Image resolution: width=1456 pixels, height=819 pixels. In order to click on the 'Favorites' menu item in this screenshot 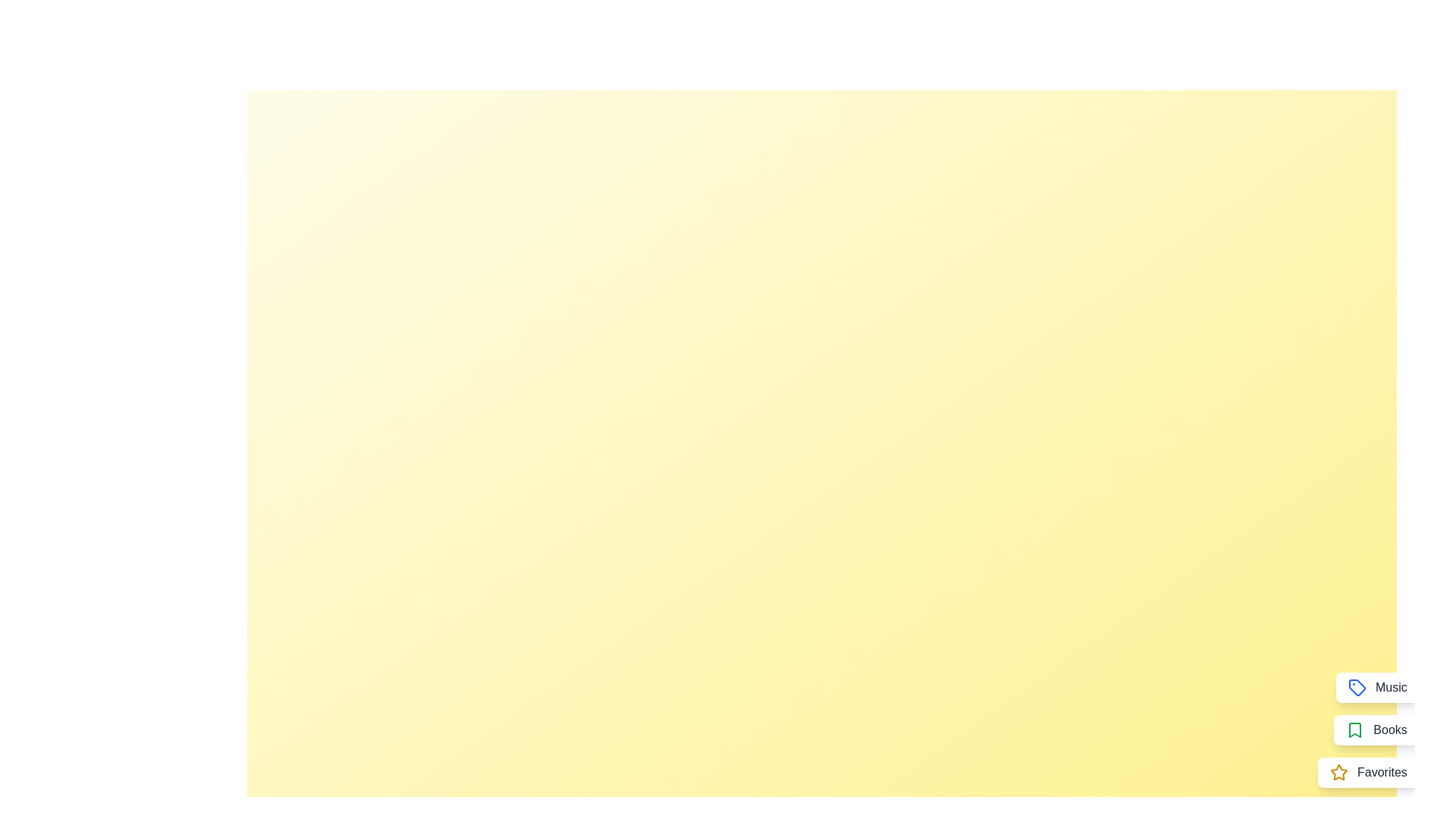, I will do `click(1368, 772)`.